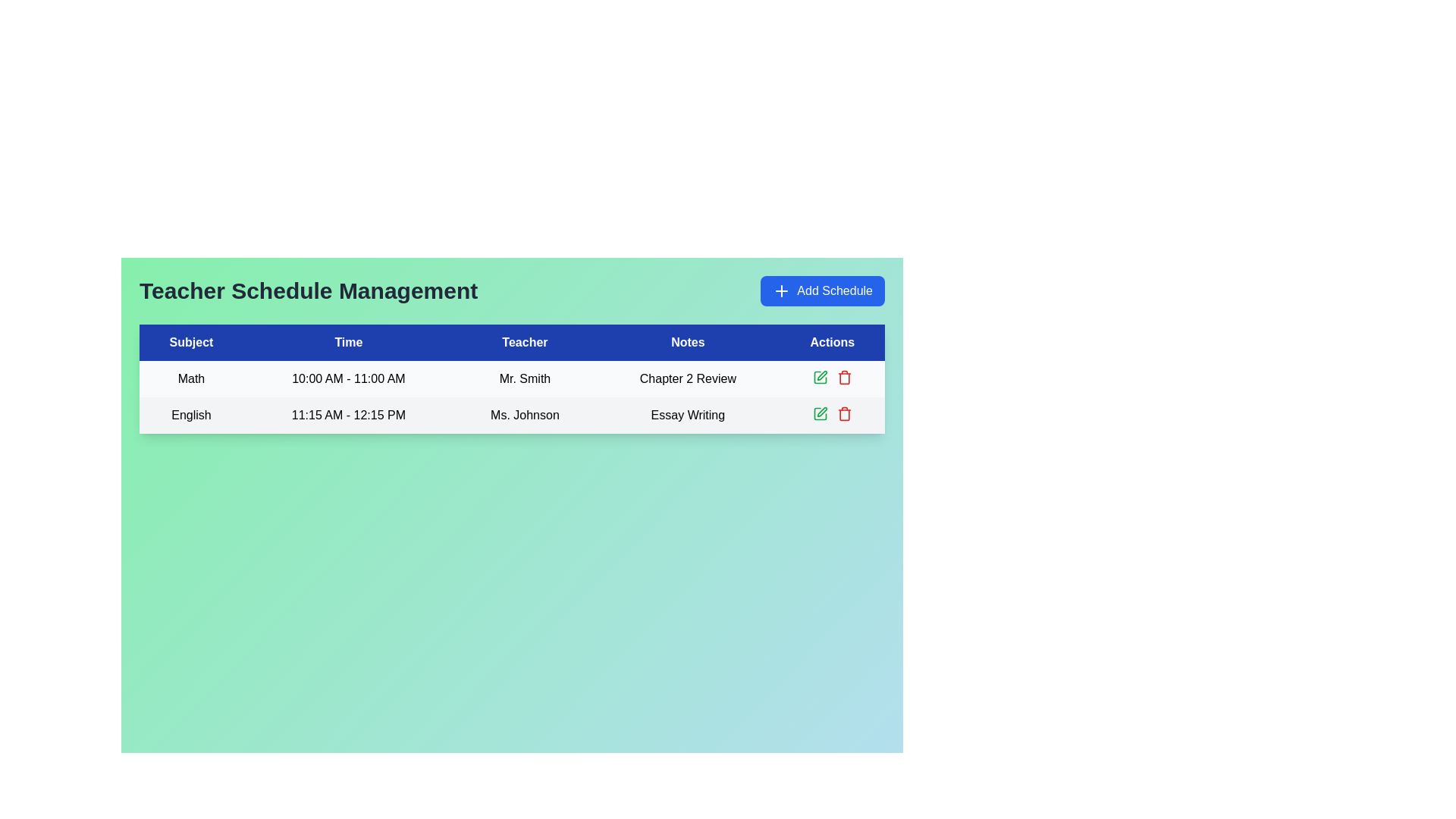 The height and width of the screenshot is (819, 1456). What do you see at coordinates (843, 415) in the screenshot?
I see `the minimalist outline trash bin icon located in the 'Actions' column of the second row in the table` at bounding box center [843, 415].